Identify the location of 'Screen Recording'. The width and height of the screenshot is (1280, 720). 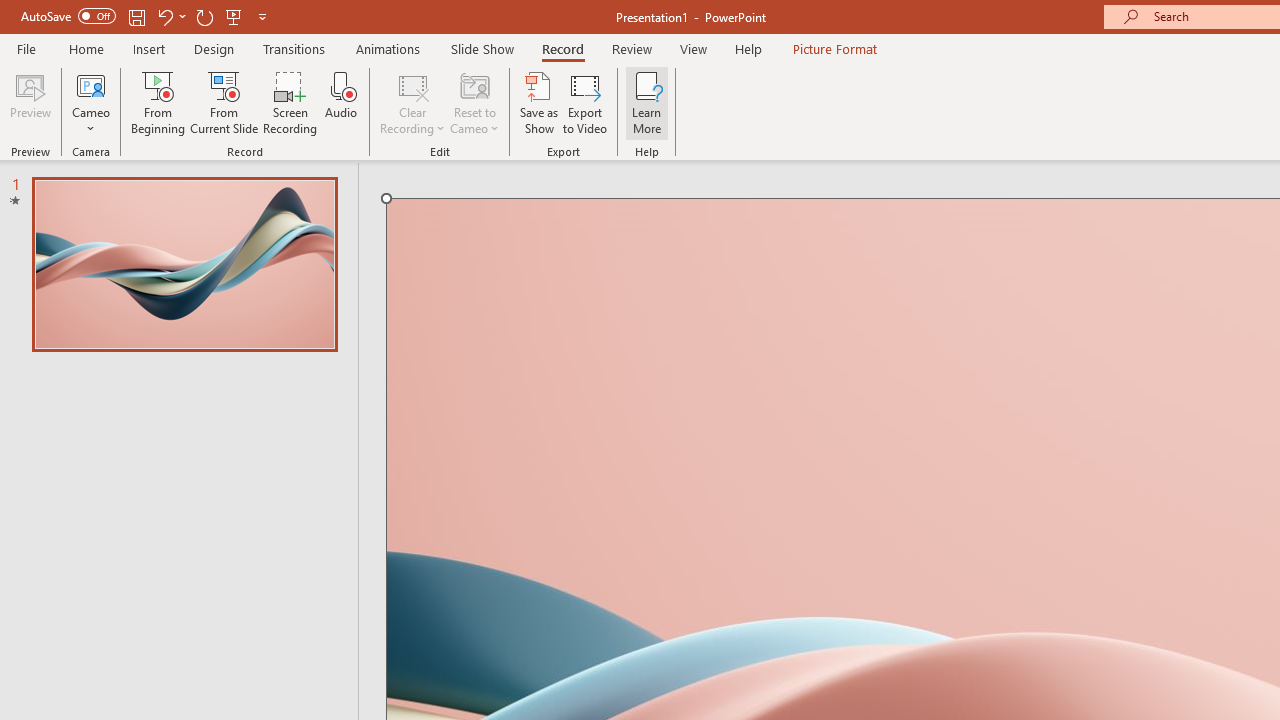
(289, 103).